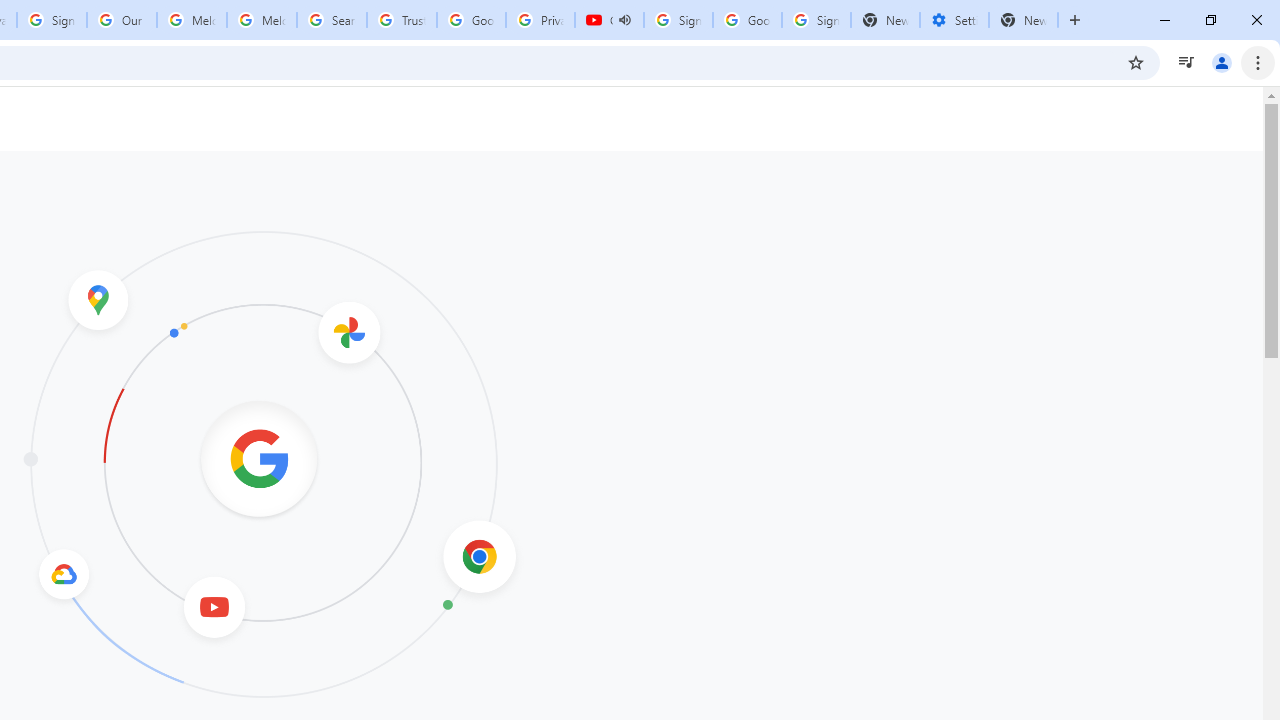  I want to click on 'Google Ads - Sign in', so click(470, 20).